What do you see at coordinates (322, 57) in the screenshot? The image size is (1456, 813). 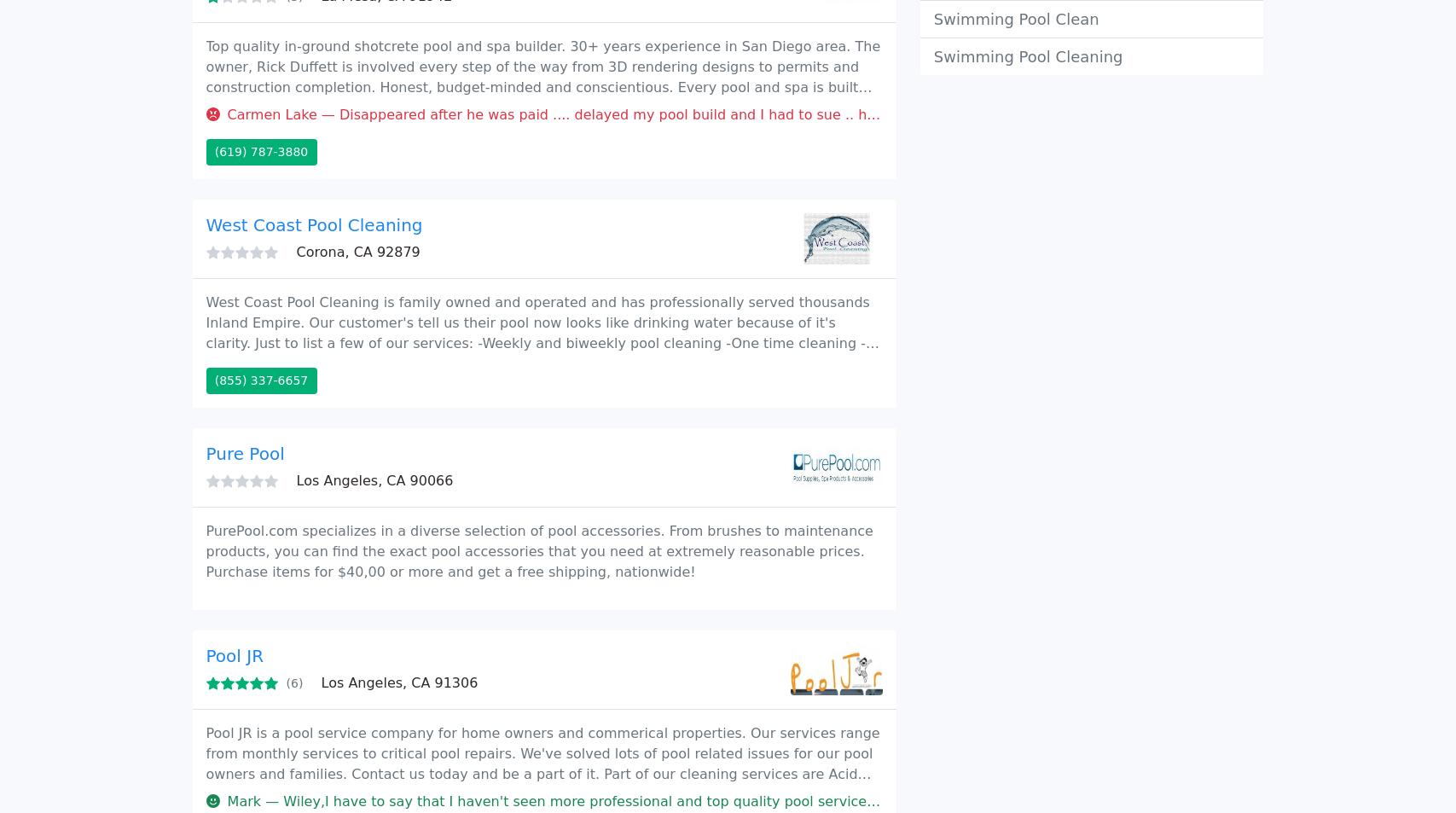 I see `'Company'` at bounding box center [322, 57].